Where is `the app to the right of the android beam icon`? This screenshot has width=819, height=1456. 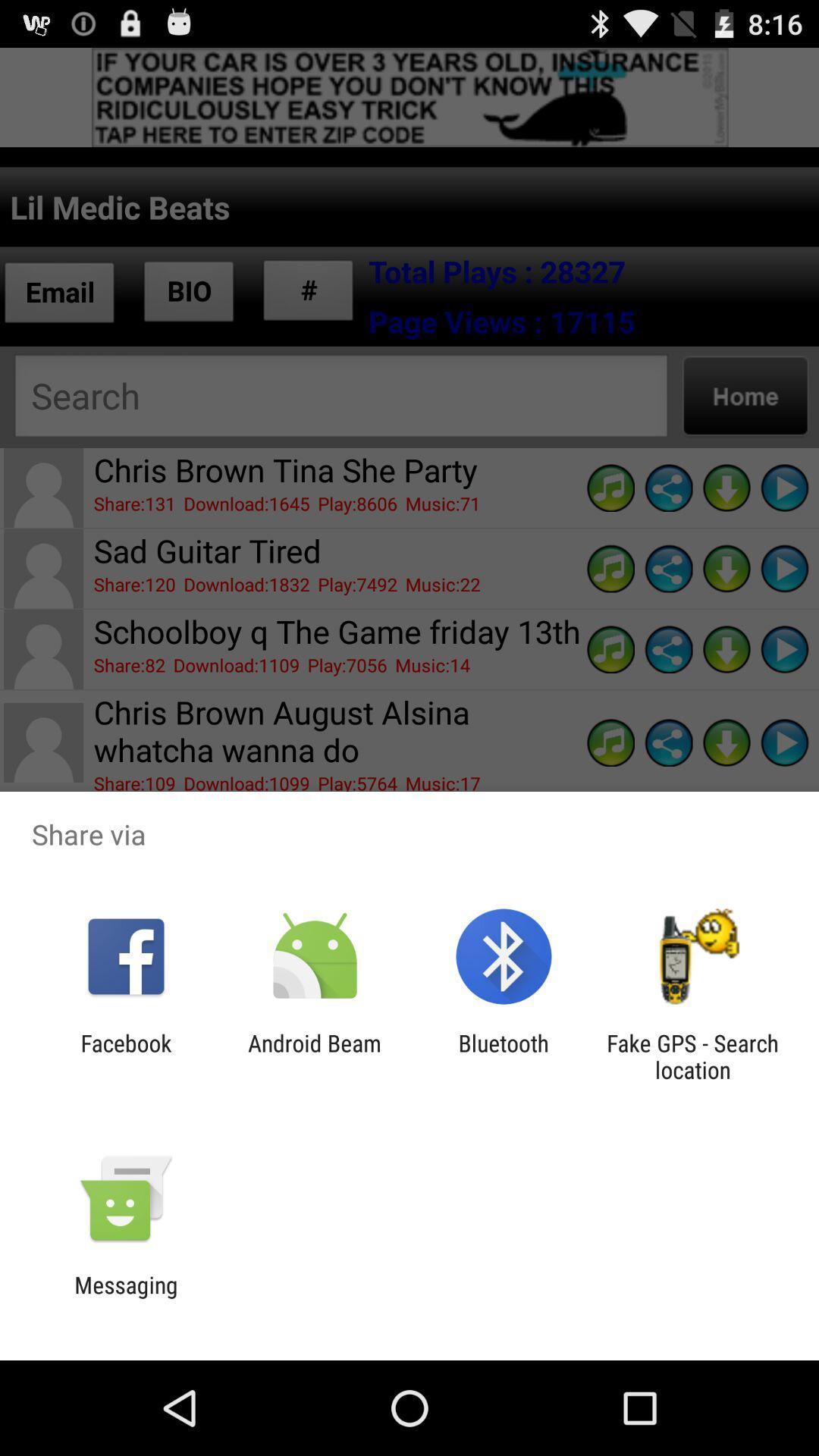 the app to the right of the android beam icon is located at coordinates (504, 1056).